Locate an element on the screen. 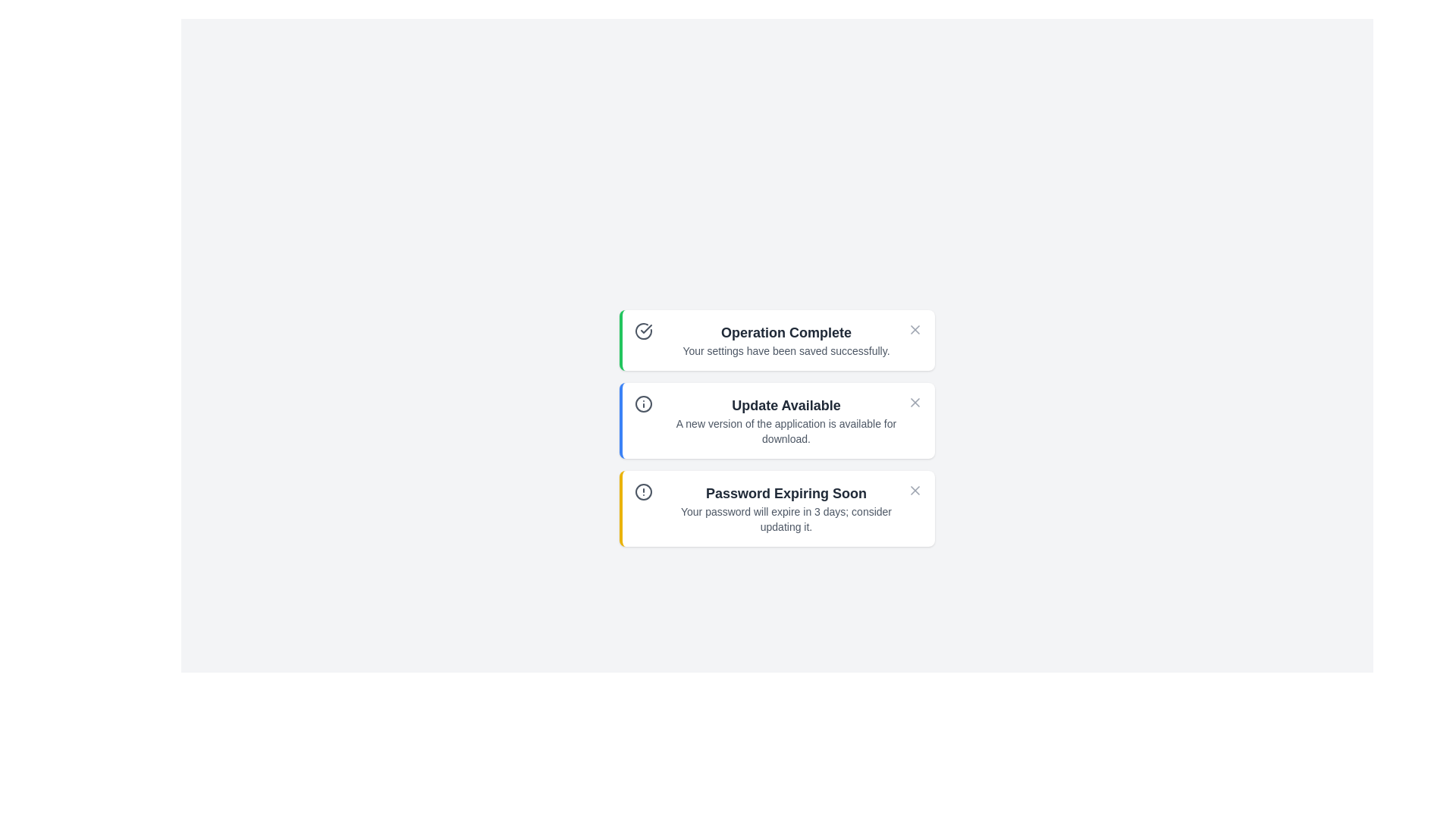  the circular graphical element representing a part of a checkmark icon adjacent to the 'Operation Complete' message is located at coordinates (644, 330).